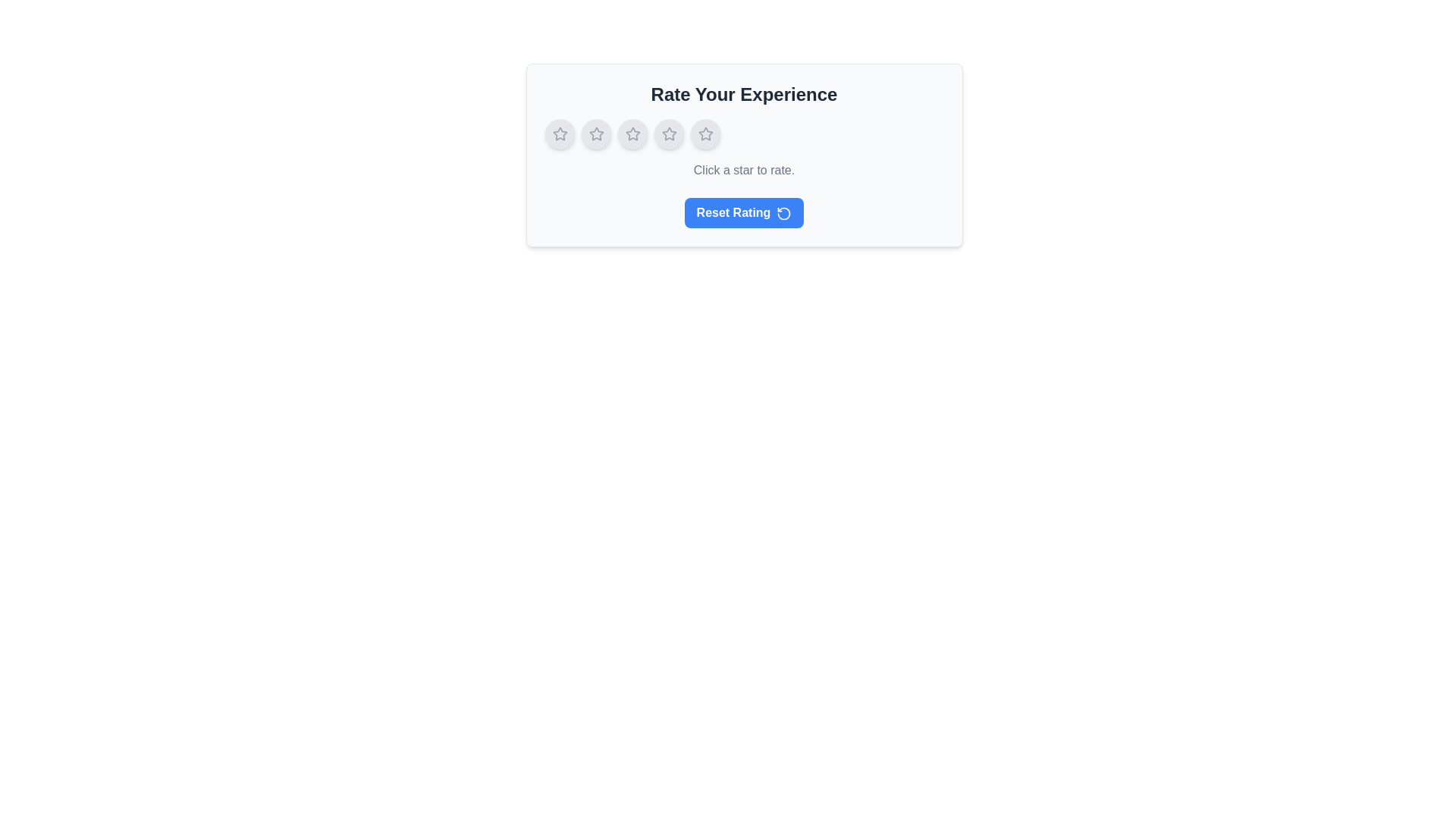  What do you see at coordinates (744, 133) in the screenshot?
I see `the star button in the horizontal grouping of interactive rating buttons for rating user experience, located centrally within the card titled 'Rate Your Experience'` at bounding box center [744, 133].